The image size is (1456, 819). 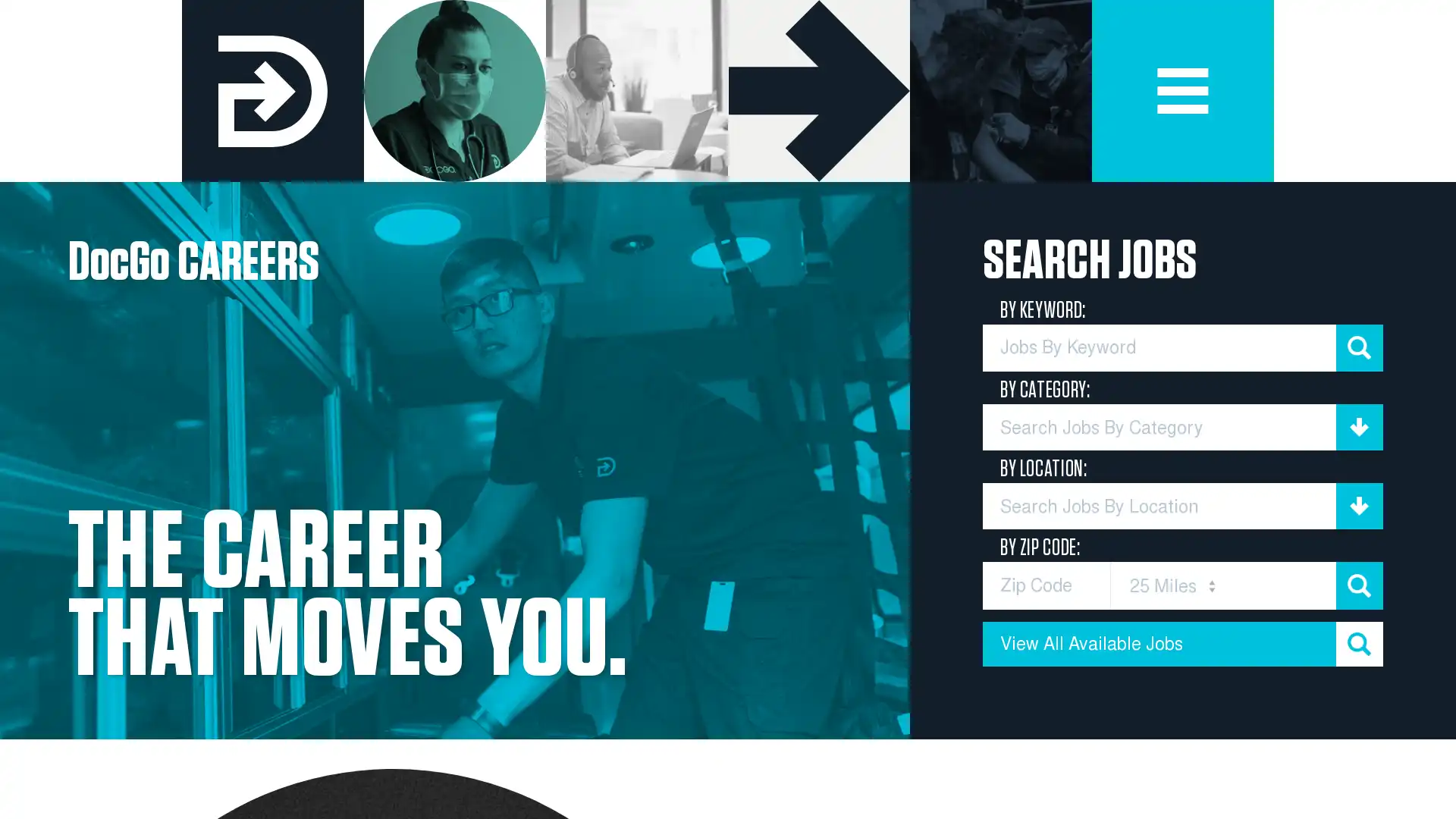 What do you see at coordinates (1359, 347) in the screenshot?
I see `submit keyword search` at bounding box center [1359, 347].